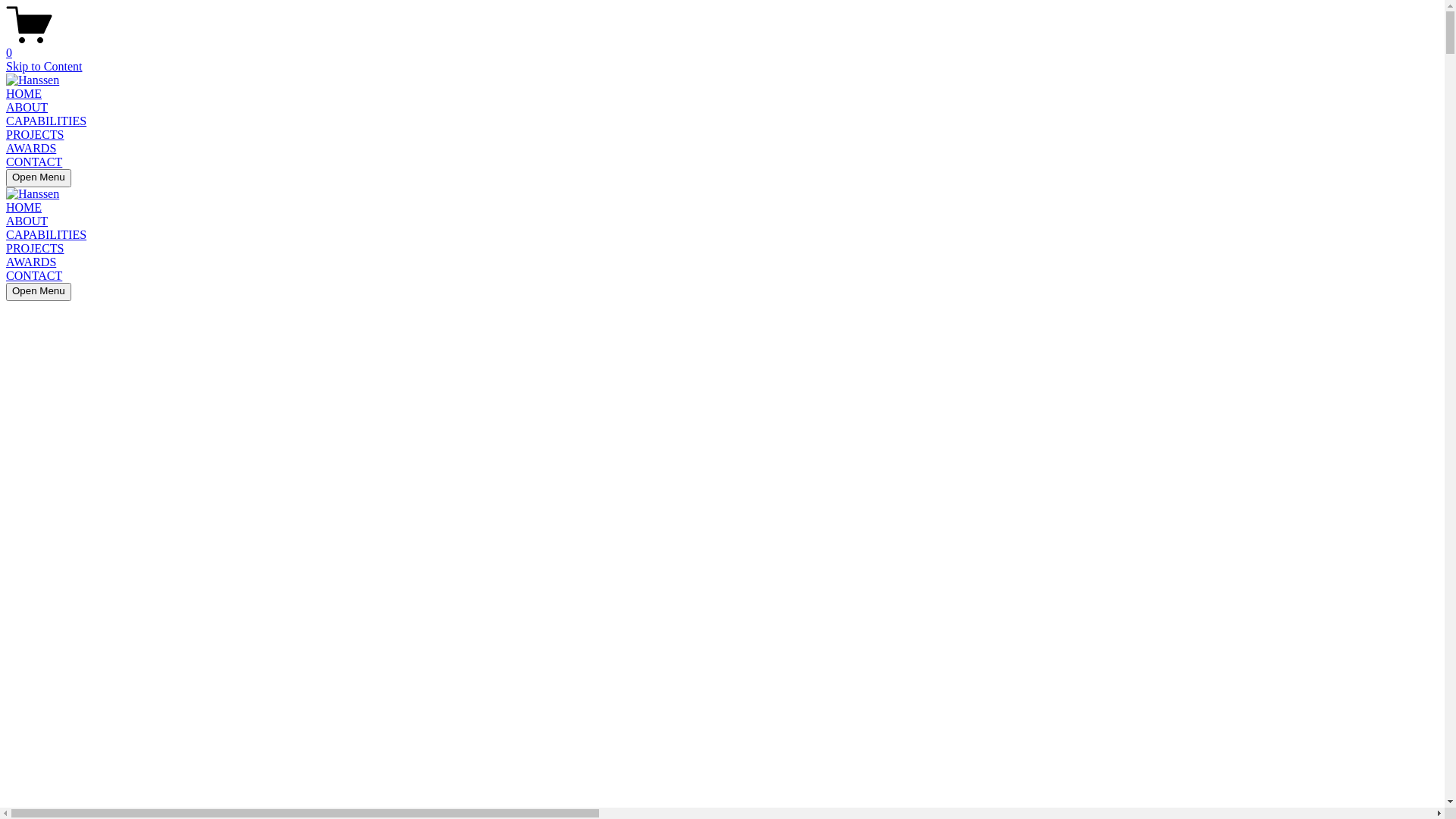 This screenshot has height=819, width=1456. What do you see at coordinates (39, 292) in the screenshot?
I see `'Open Menu'` at bounding box center [39, 292].